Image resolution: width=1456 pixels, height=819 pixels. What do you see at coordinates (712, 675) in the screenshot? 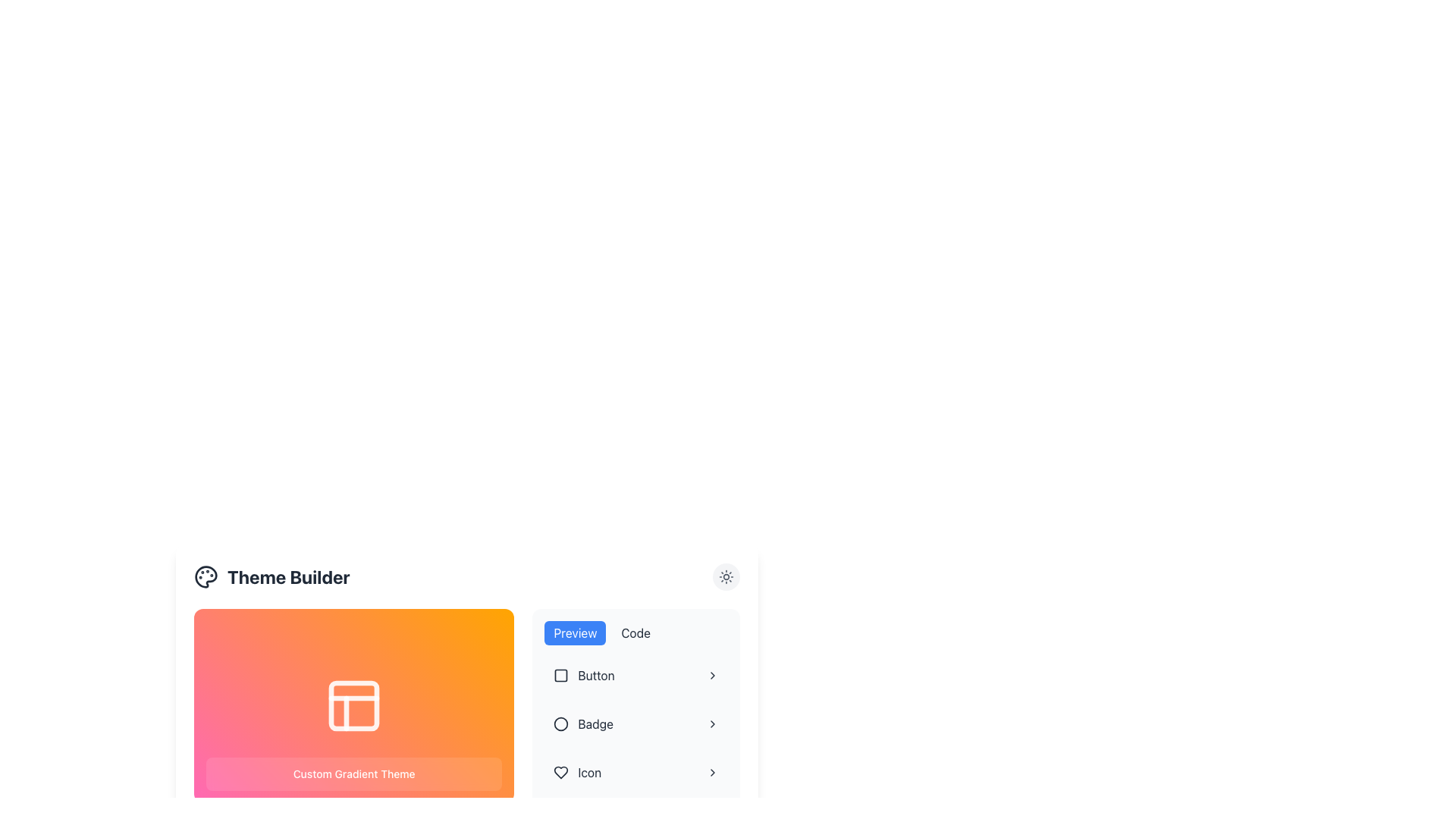
I see `the chevron icon located at the rightmost position in the button labeled 'Button'` at bounding box center [712, 675].